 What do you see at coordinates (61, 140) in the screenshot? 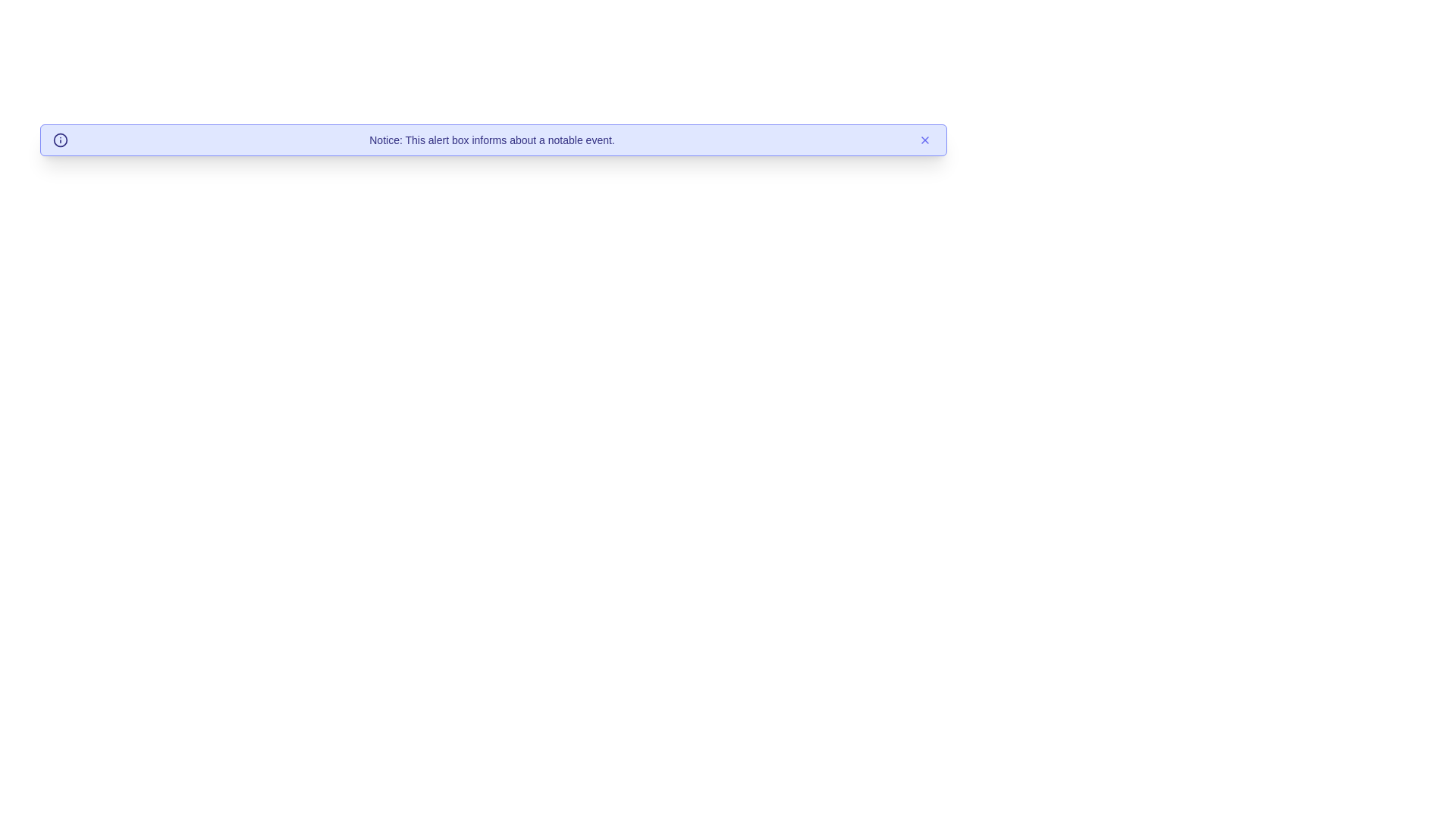
I see `the informational icon to interact with it` at bounding box center [61, 140].